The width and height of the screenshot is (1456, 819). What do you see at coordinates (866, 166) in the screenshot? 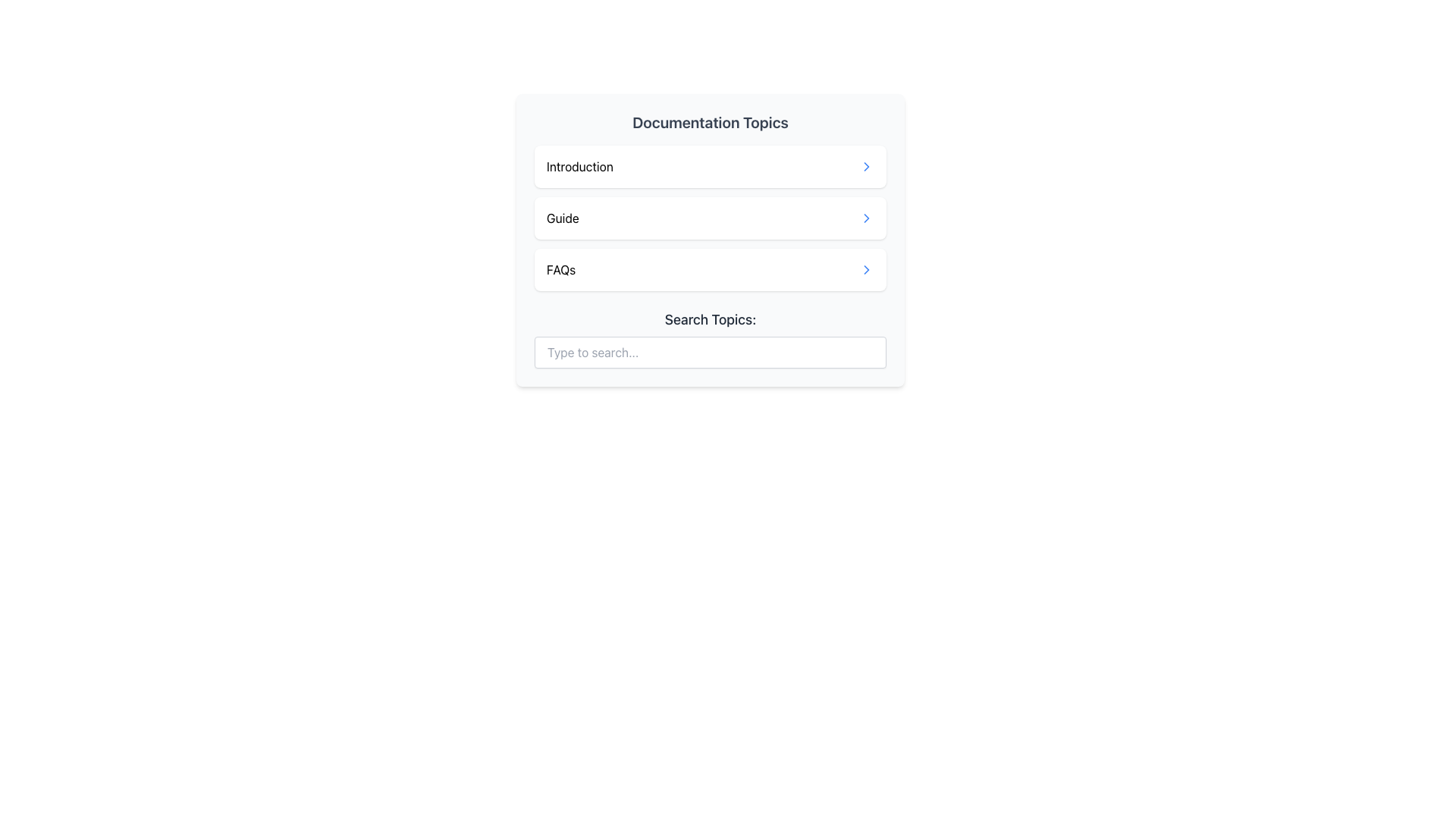
I see `the right-facing chevron icon with a blue outline located at the right end of the 'Introduction' item in the 'Documentation Topics' list` at bounding box center [866, 166].